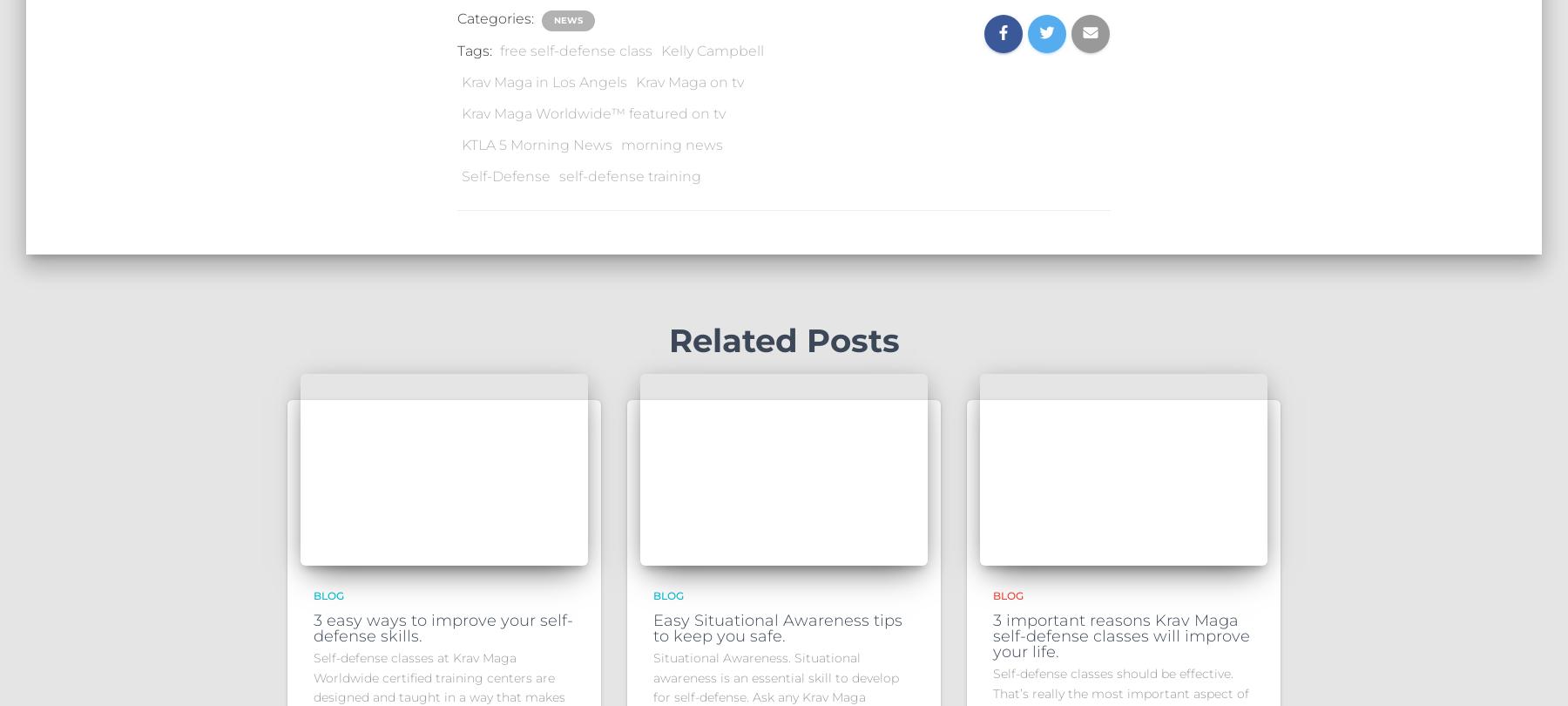 The width and height of the screenshot is (1568, 706). What do you see at coordinates (652, 627) in the screenshot?
I see `'Easy Situational Awareness tips to keep you safe.'` at bounding box center [652, 627].